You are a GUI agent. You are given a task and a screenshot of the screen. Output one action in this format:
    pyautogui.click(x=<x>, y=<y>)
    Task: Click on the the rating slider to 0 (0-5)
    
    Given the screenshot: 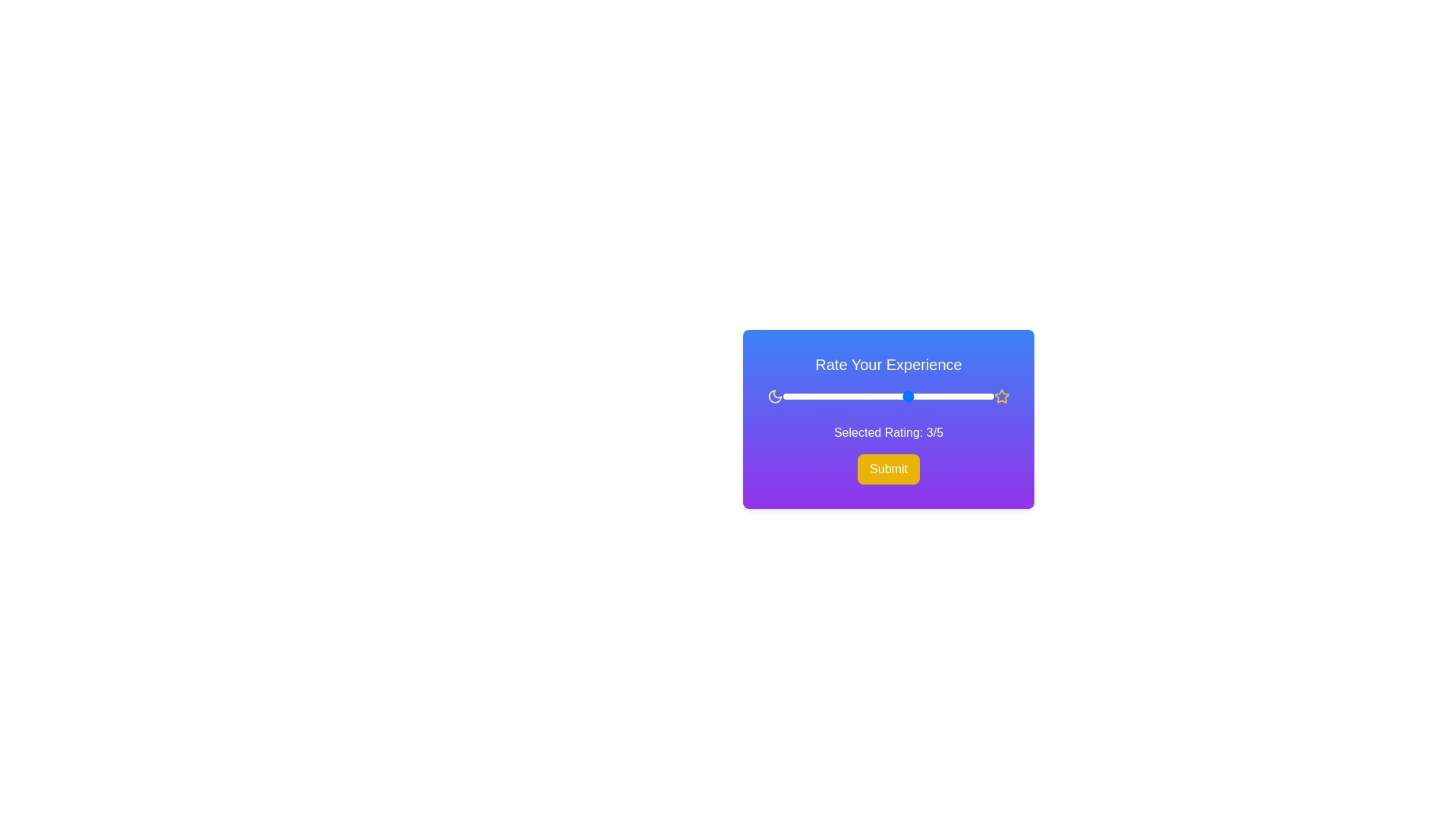 What is the action you would take?
    pyautogui.click(x=783, y=396)
    